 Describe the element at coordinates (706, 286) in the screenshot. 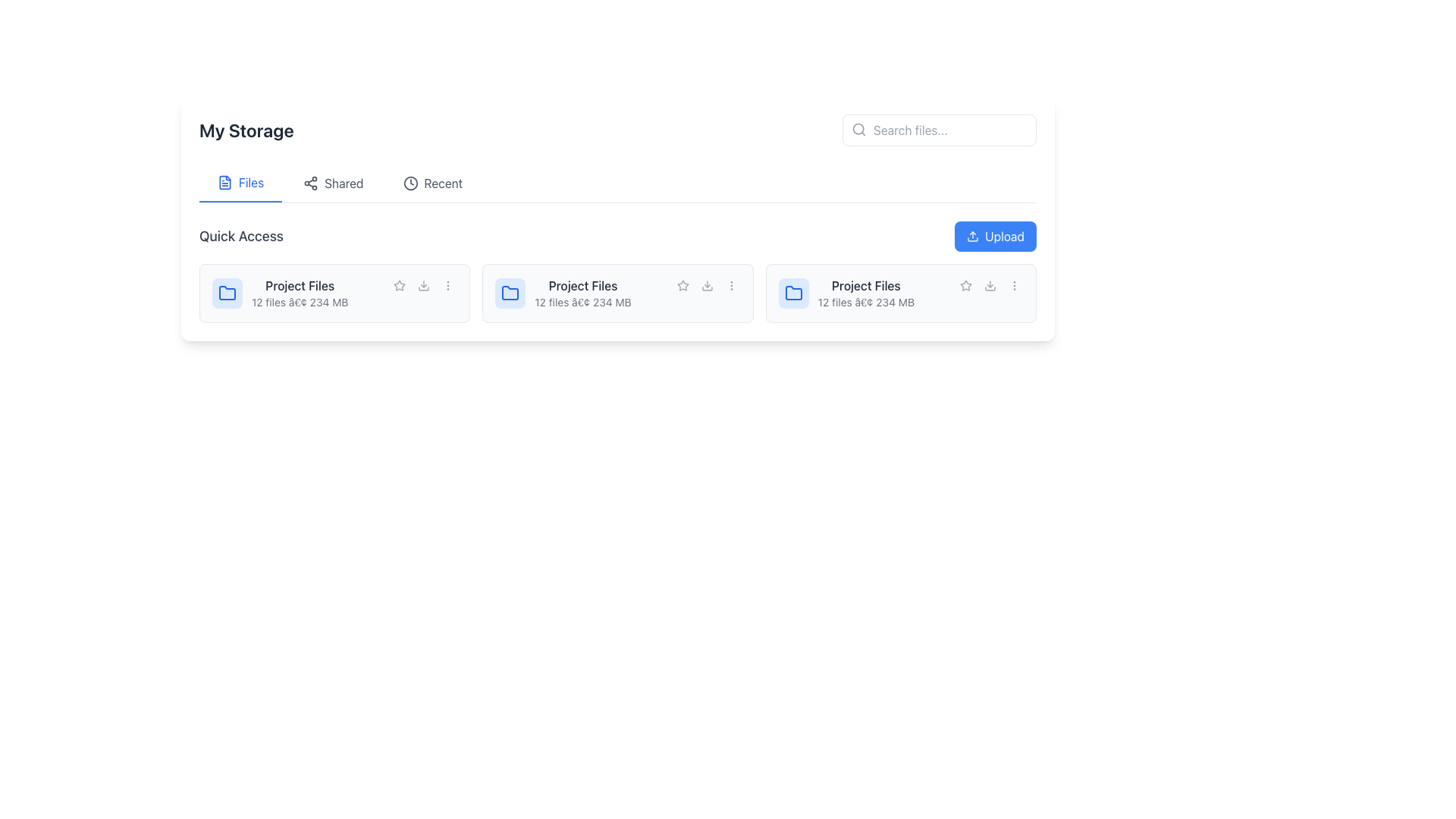

I see `the download button with a downward arrow icon located between the star icon and the vertical ellipsis in the 'Project Files' section to change its color` at that location.